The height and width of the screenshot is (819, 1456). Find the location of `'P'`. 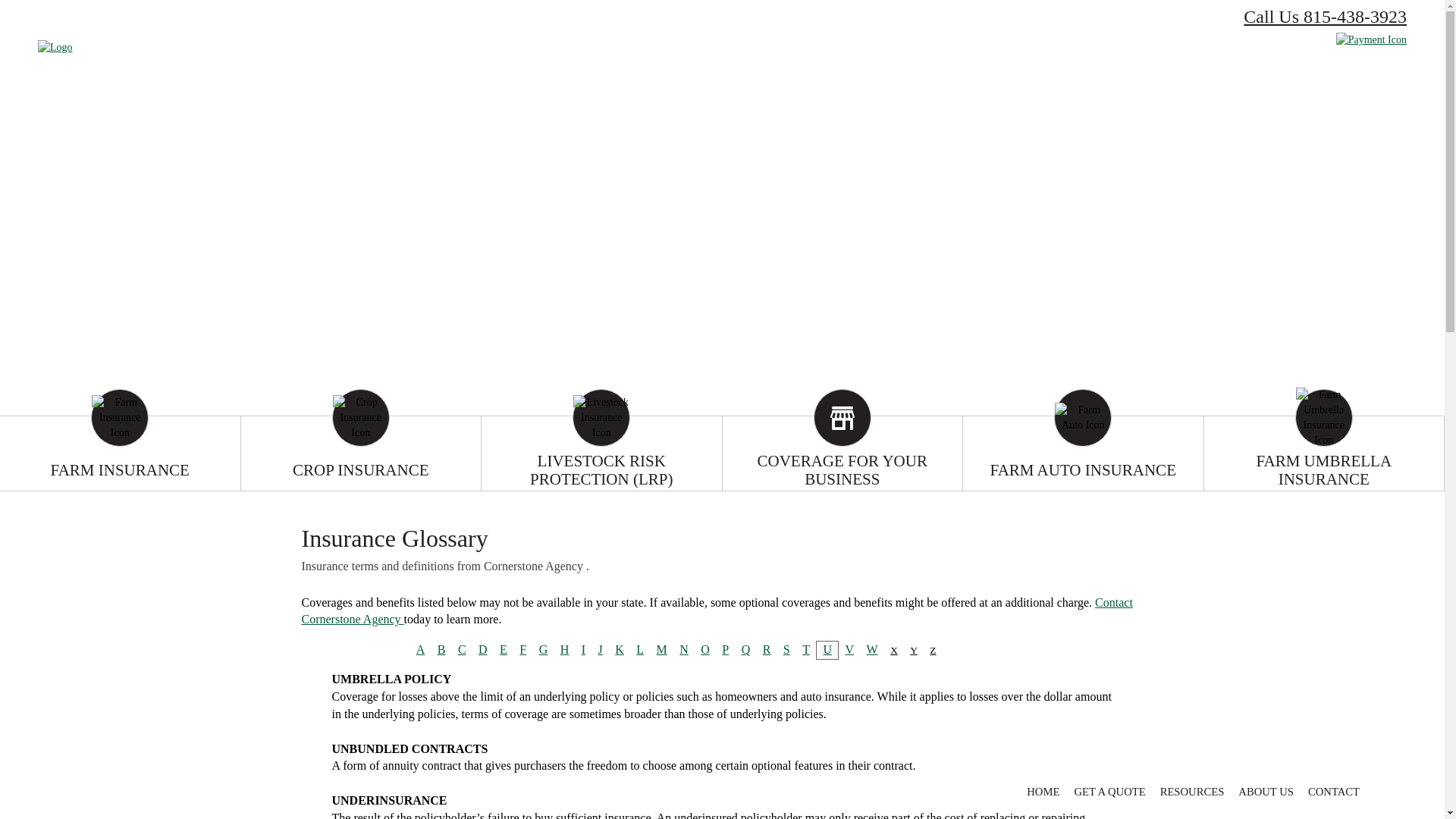

'P' is located at coordinates (724, 648).